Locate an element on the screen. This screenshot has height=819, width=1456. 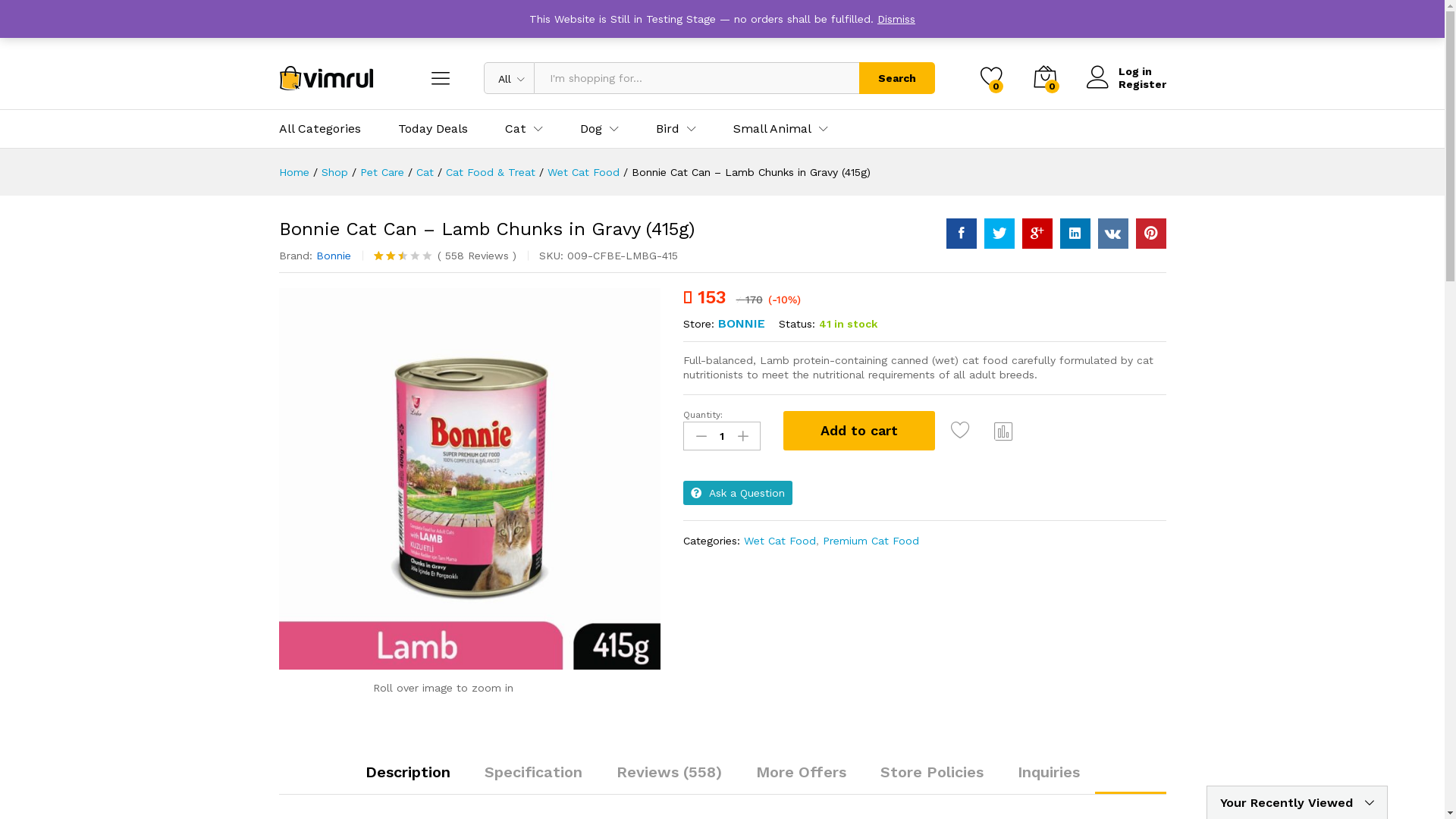
'Add to wishlist' is located at coordinates (949, 430).